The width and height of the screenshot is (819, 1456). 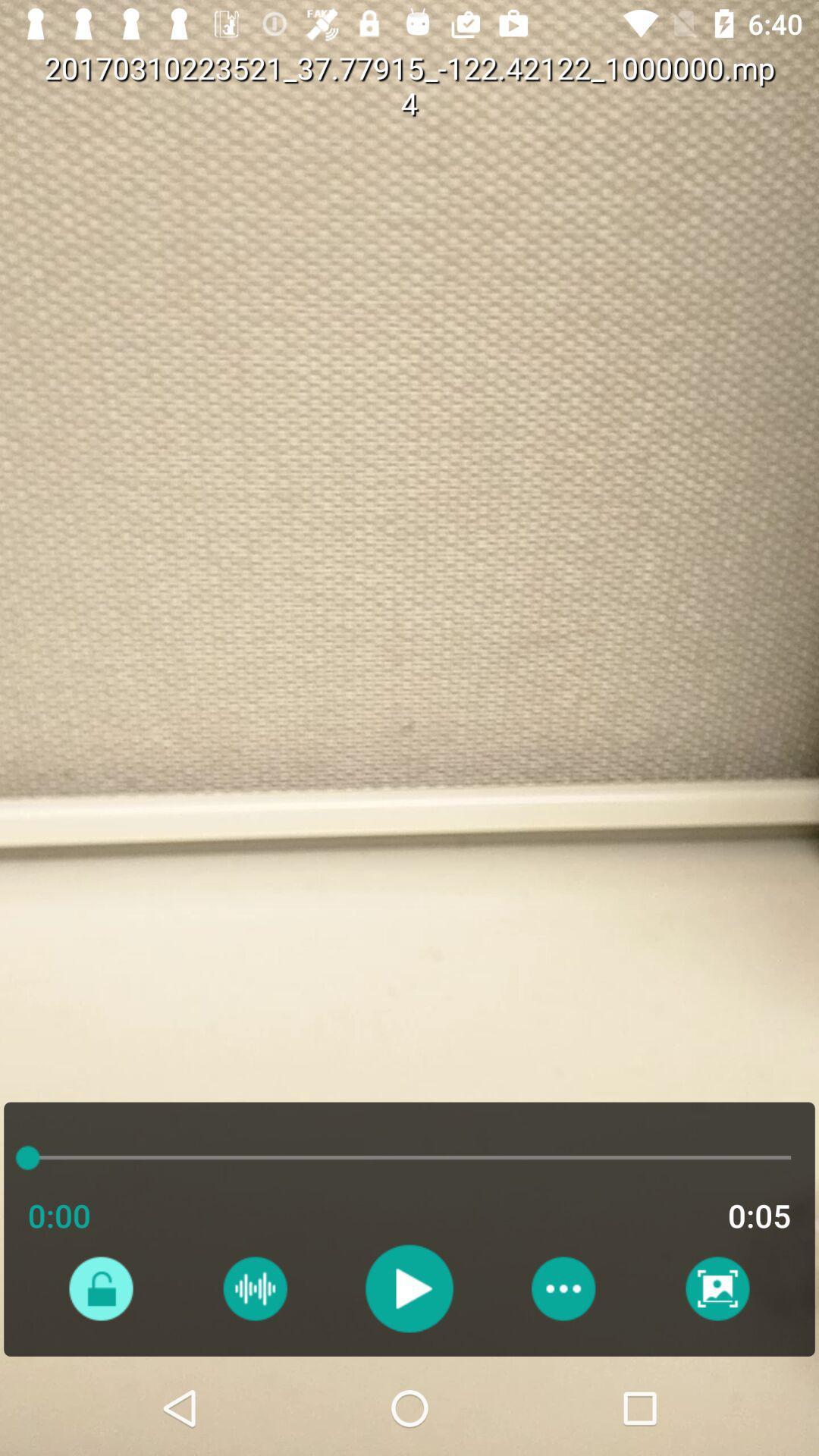 What do you see at coordinates (408, 1288) in the screenshot?
I see `video` at bounding box center [408, 1288].